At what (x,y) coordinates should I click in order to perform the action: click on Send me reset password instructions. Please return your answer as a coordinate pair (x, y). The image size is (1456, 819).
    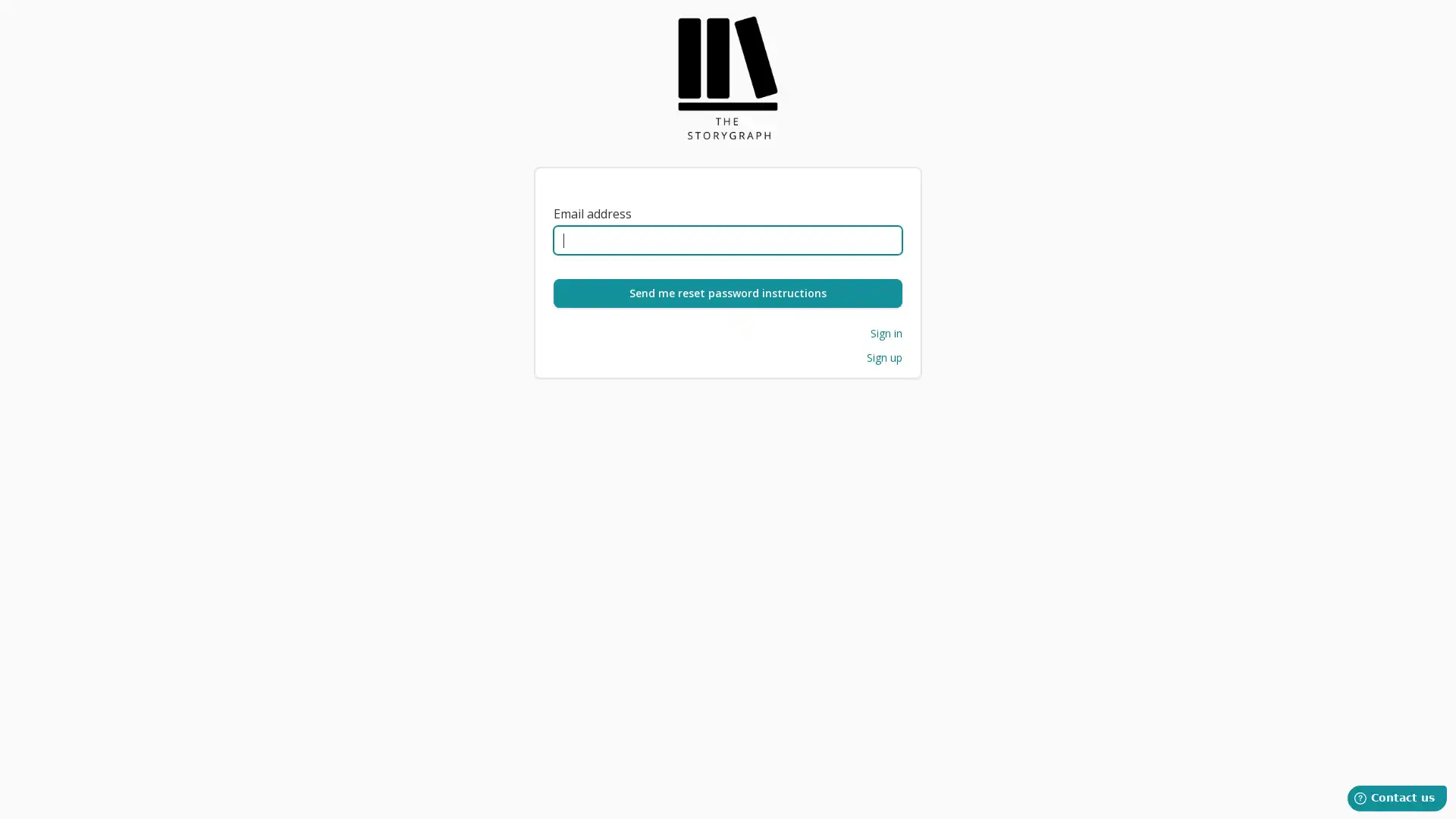
    Looking at the image, I should click on (728, 293).